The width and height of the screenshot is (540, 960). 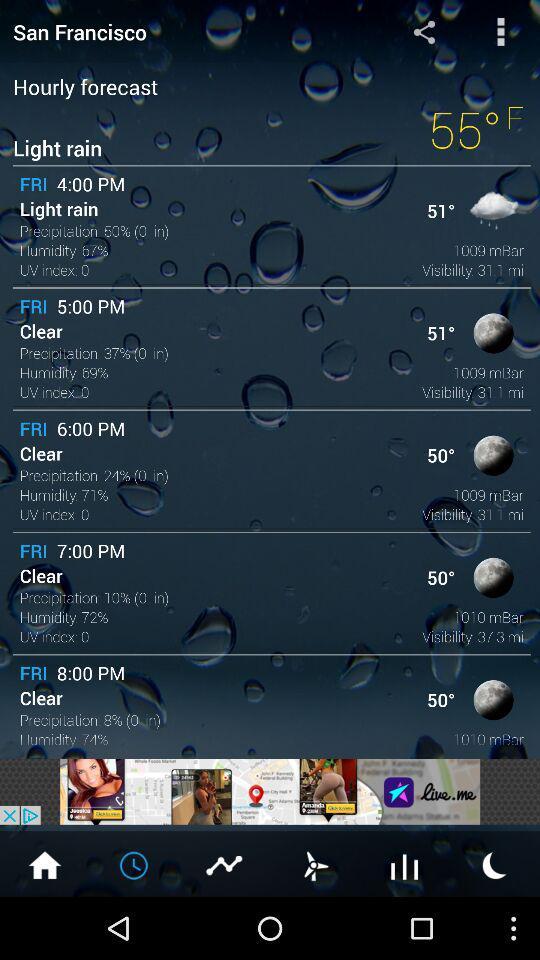 I want to click on more options, so click(x=500, y=30).